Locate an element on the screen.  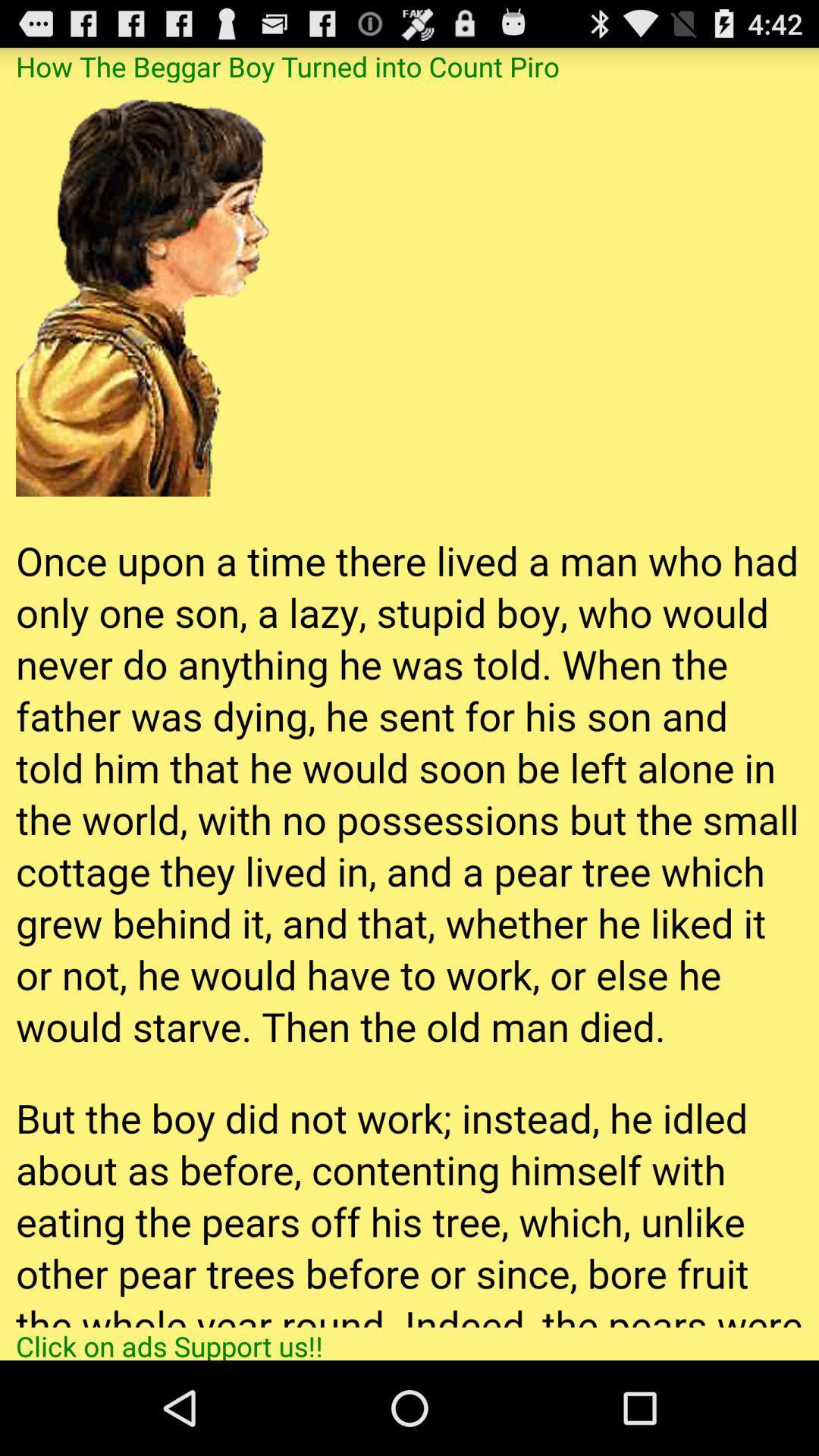
item at the center is located at coordinates (409, 704).